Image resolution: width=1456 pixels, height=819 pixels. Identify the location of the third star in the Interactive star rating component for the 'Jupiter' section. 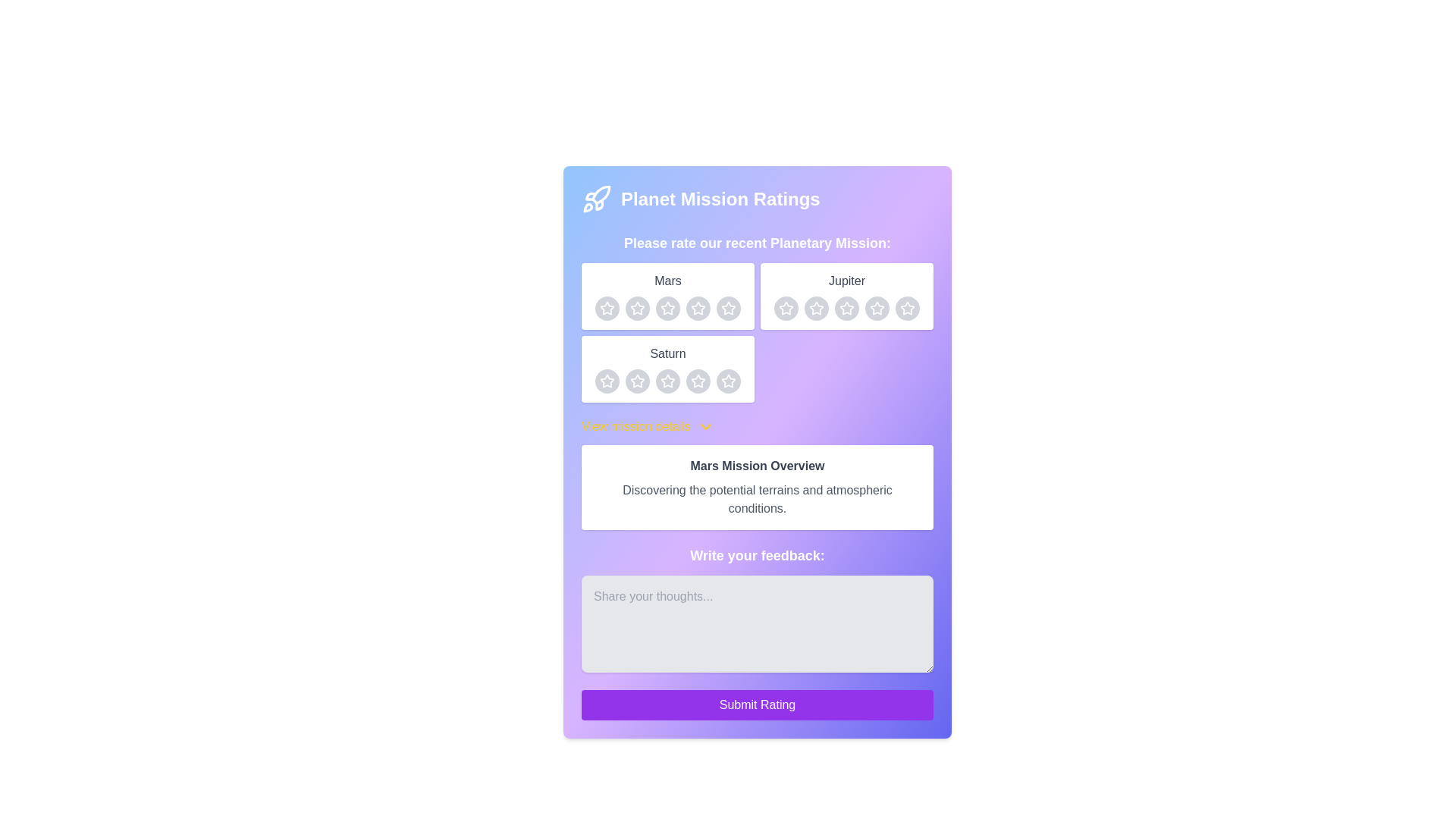
(786, 308).